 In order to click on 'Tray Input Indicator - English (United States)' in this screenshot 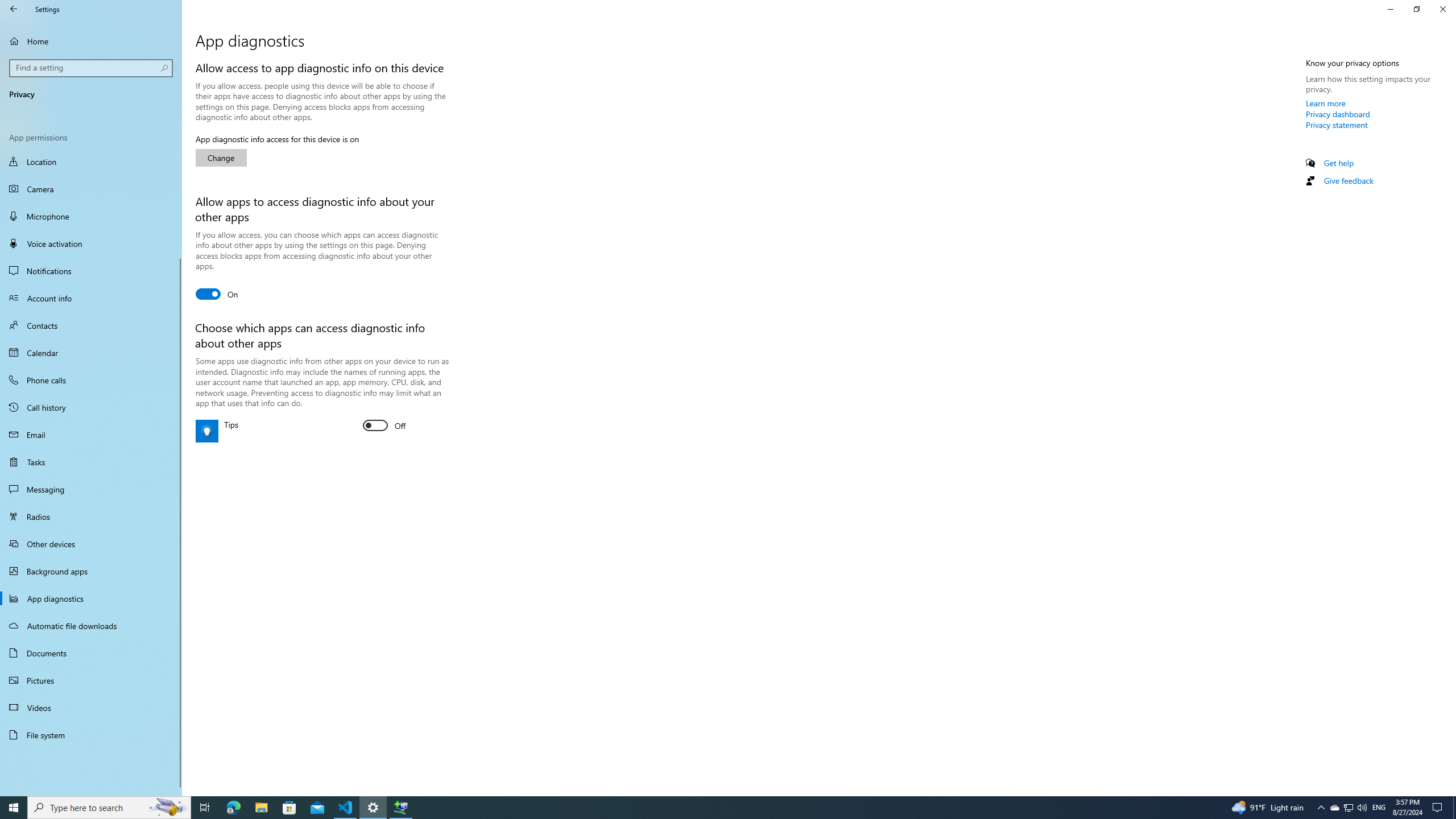, I will do `click(1379, 806)`.